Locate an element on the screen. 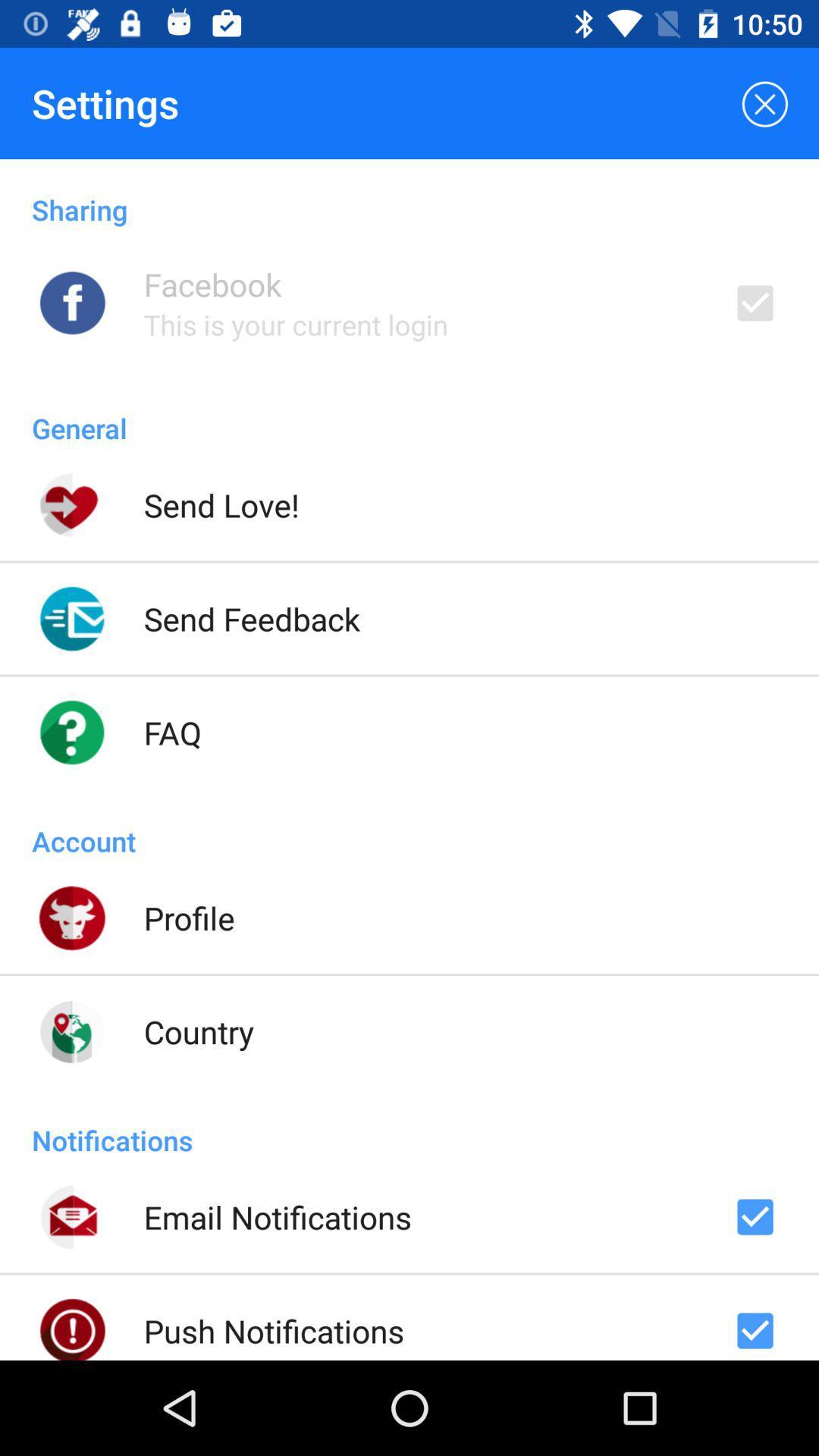 The width and height of the screenshot is (819, 1456). country icon is located at coordinates (198, 1031).